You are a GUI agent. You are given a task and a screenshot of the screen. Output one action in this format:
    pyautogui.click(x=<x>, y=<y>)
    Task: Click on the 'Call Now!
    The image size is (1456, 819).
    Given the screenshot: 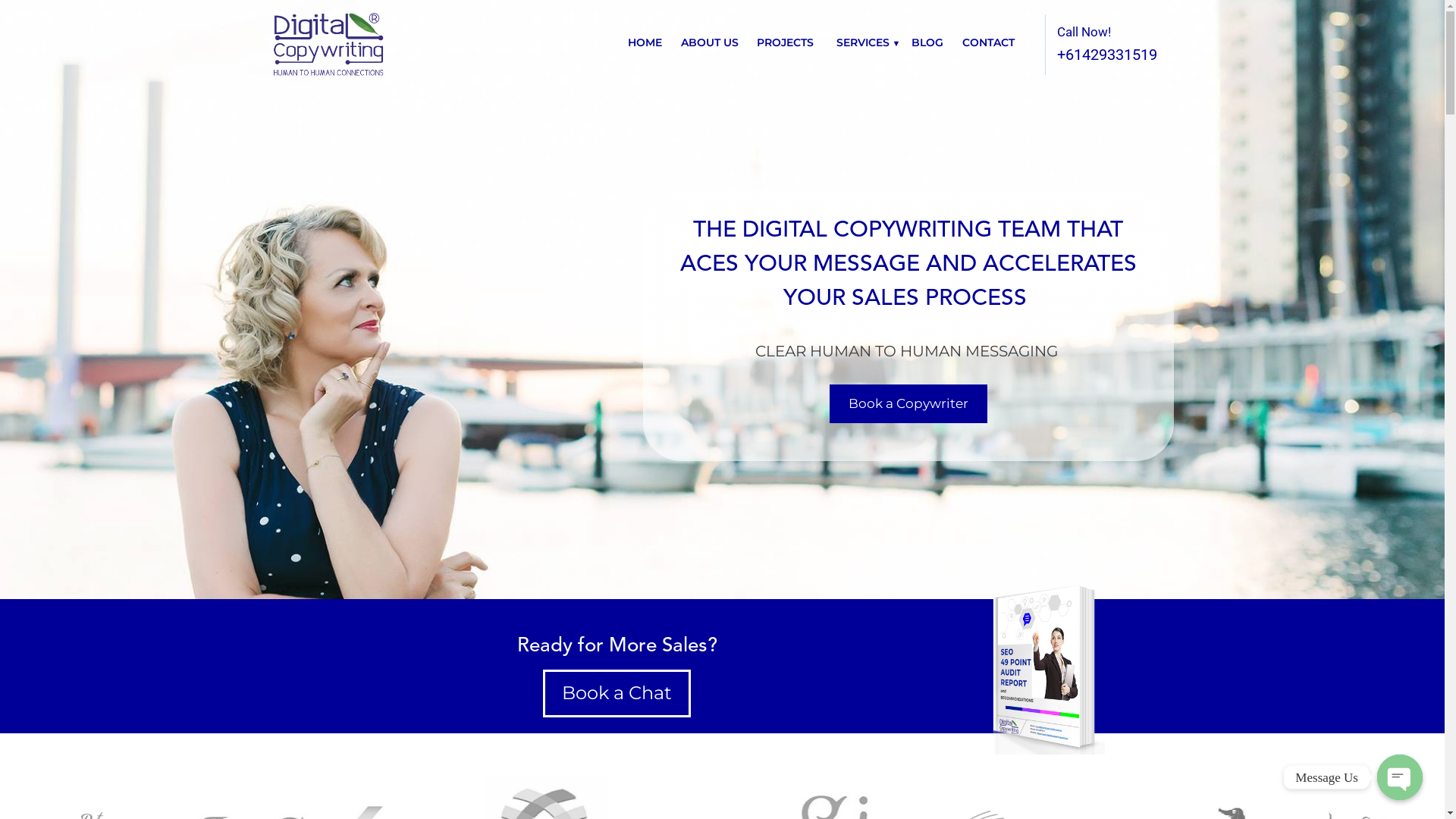 What is the action you would take?
    pyautogui.click(x=1022, y=43)
    